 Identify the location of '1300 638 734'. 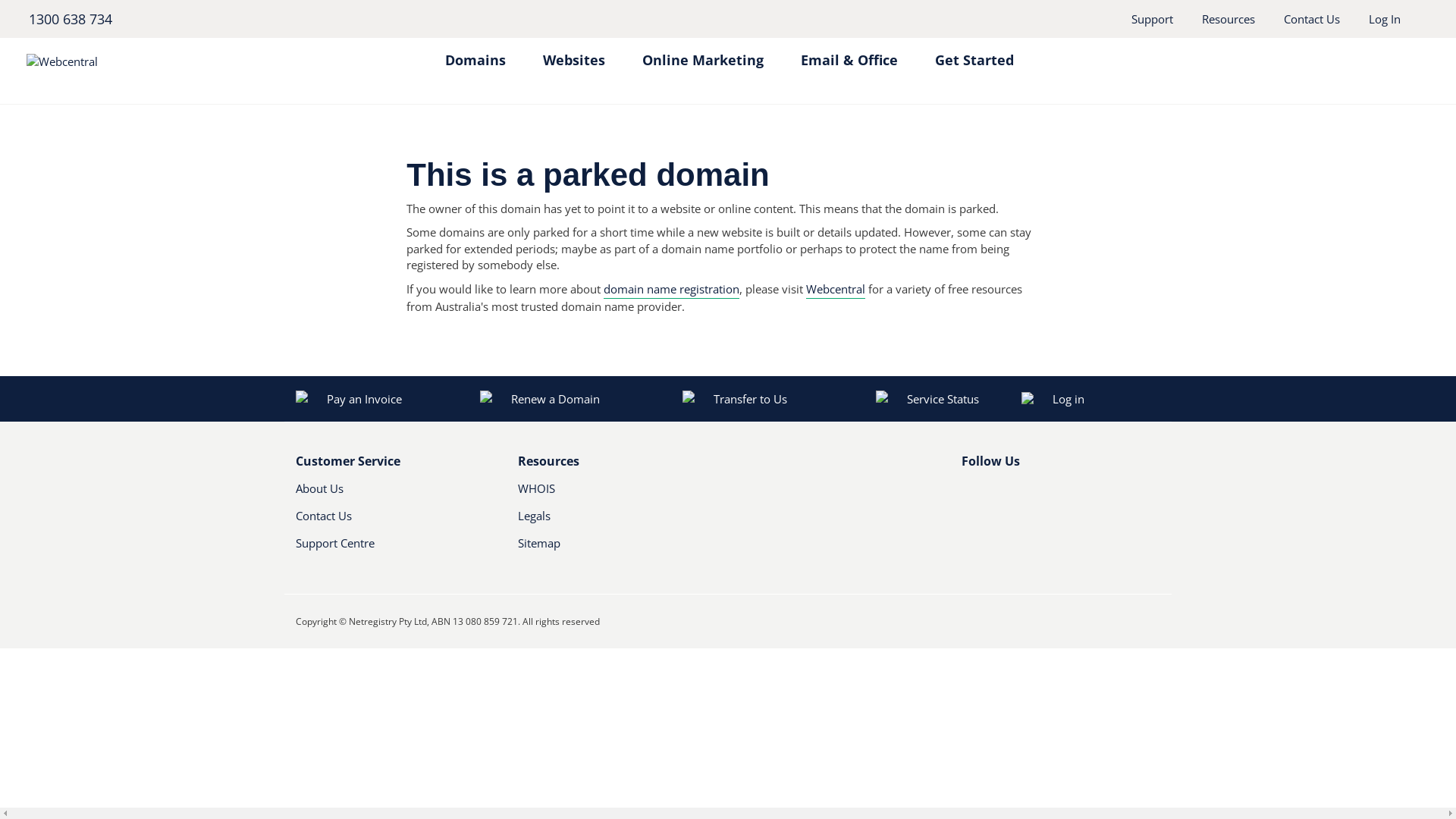
(68, 18).